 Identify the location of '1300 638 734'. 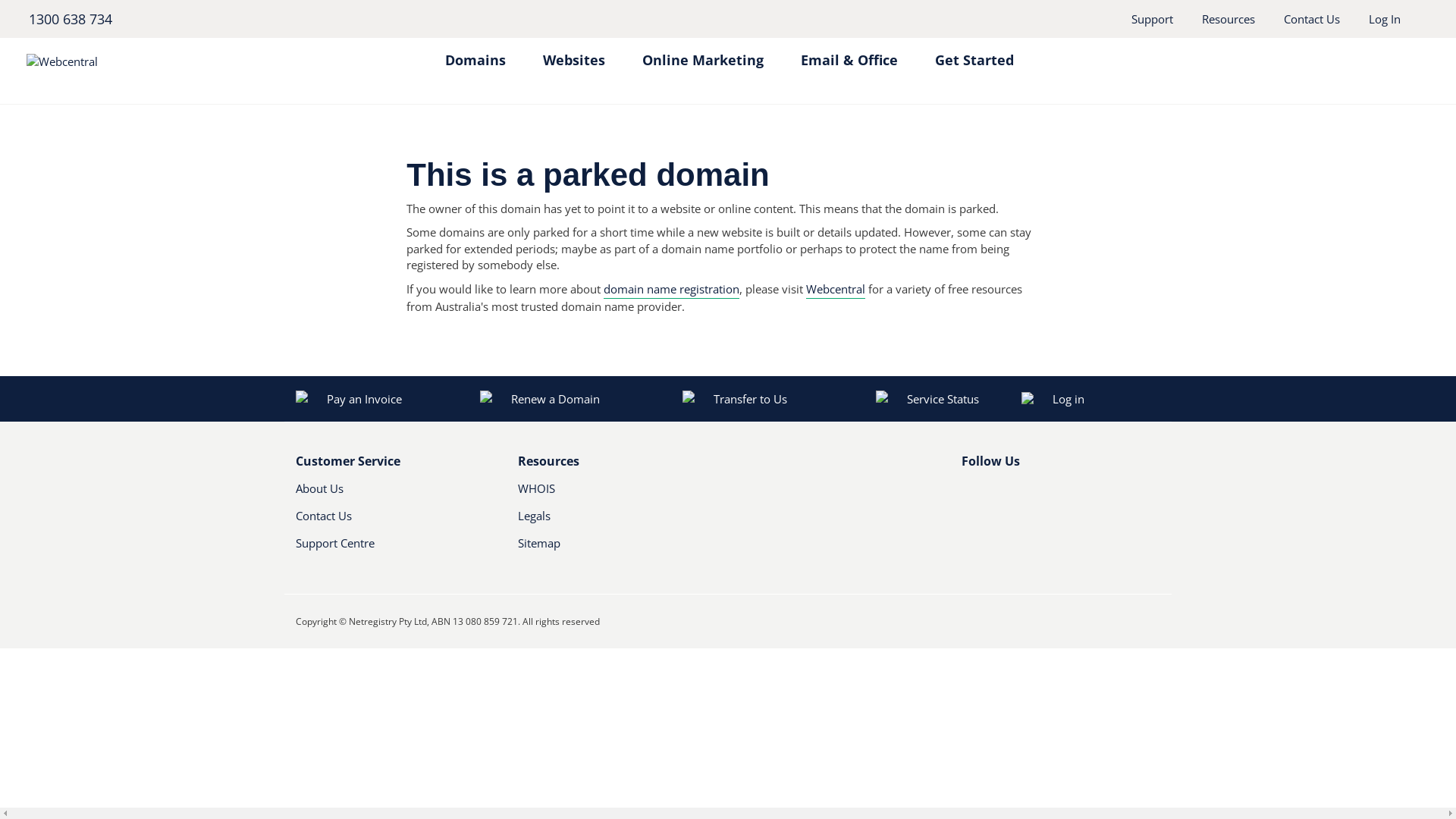
(68, 18).